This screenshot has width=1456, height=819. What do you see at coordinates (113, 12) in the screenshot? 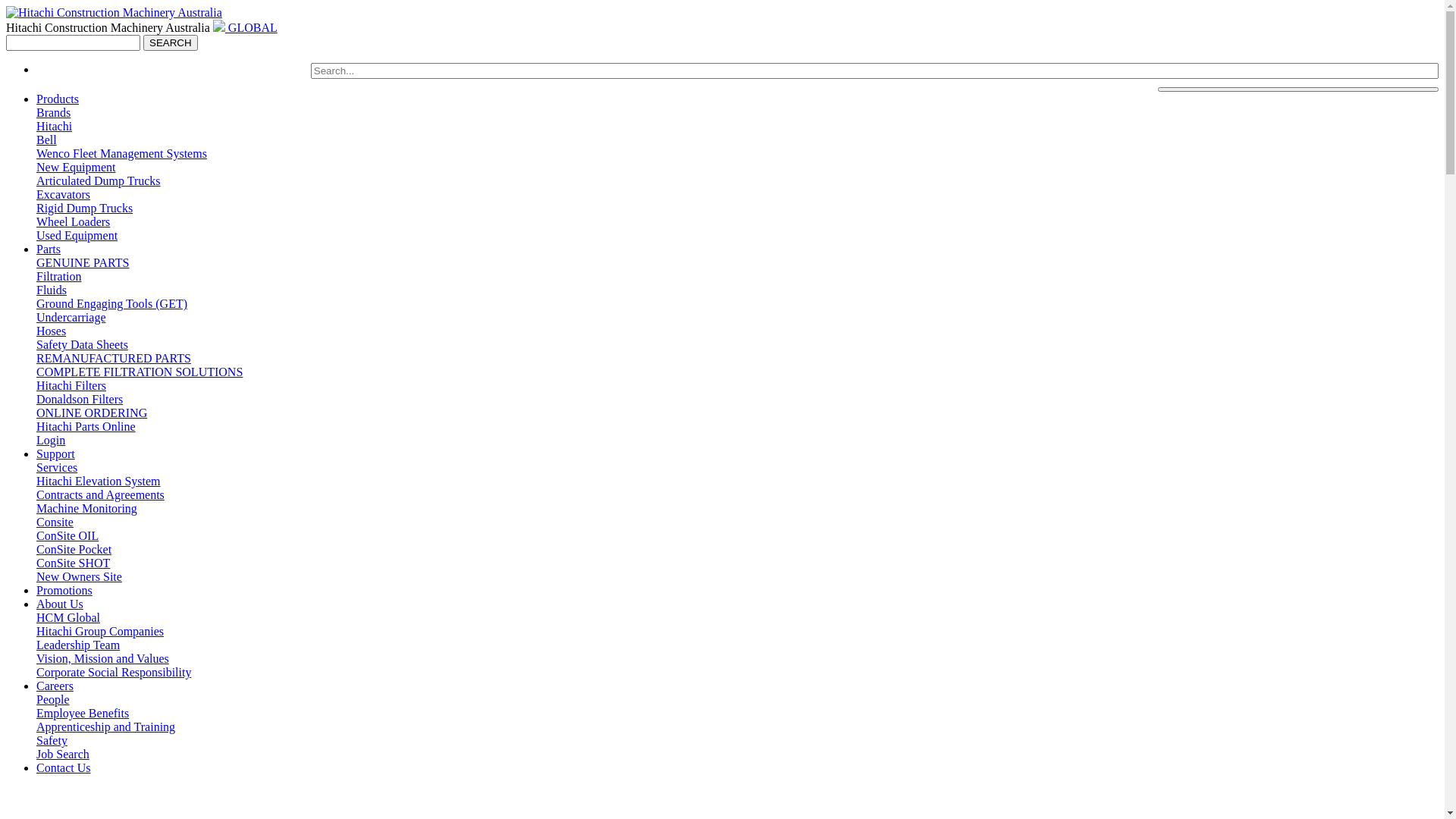
I see `'Go to Home'` at bounding box center [113, 12].